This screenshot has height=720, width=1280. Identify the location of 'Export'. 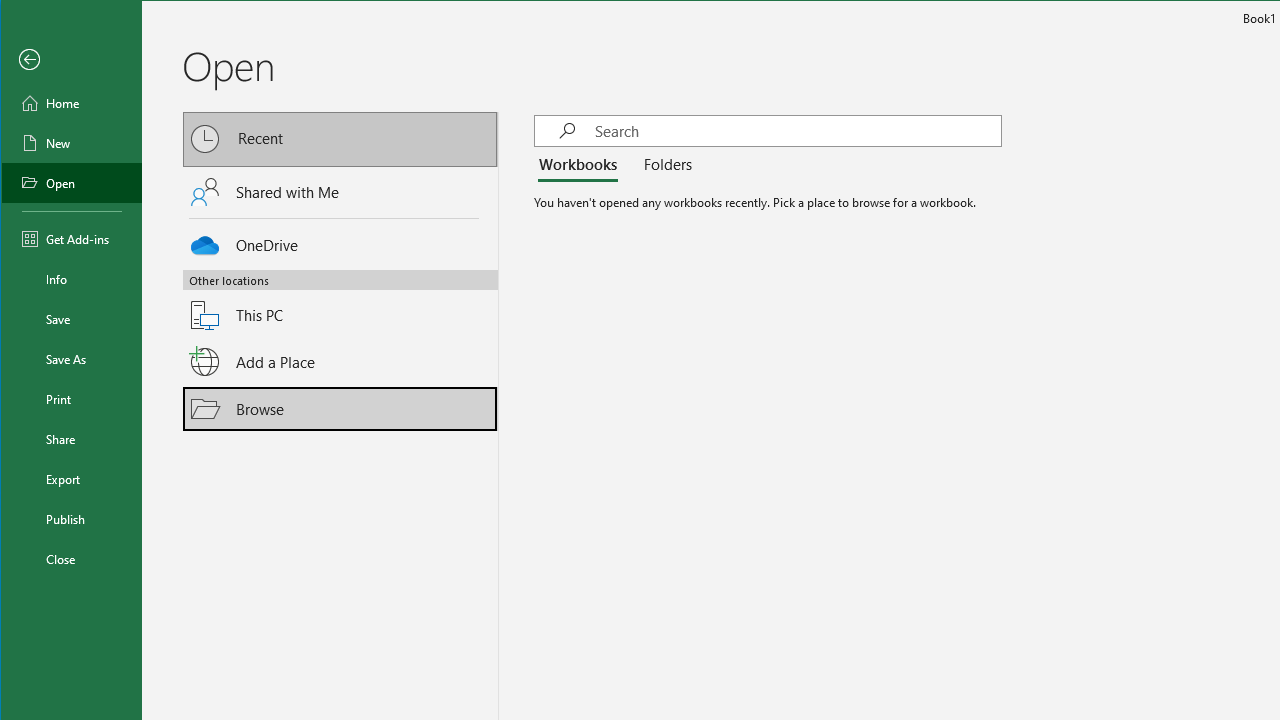
(72, 479).